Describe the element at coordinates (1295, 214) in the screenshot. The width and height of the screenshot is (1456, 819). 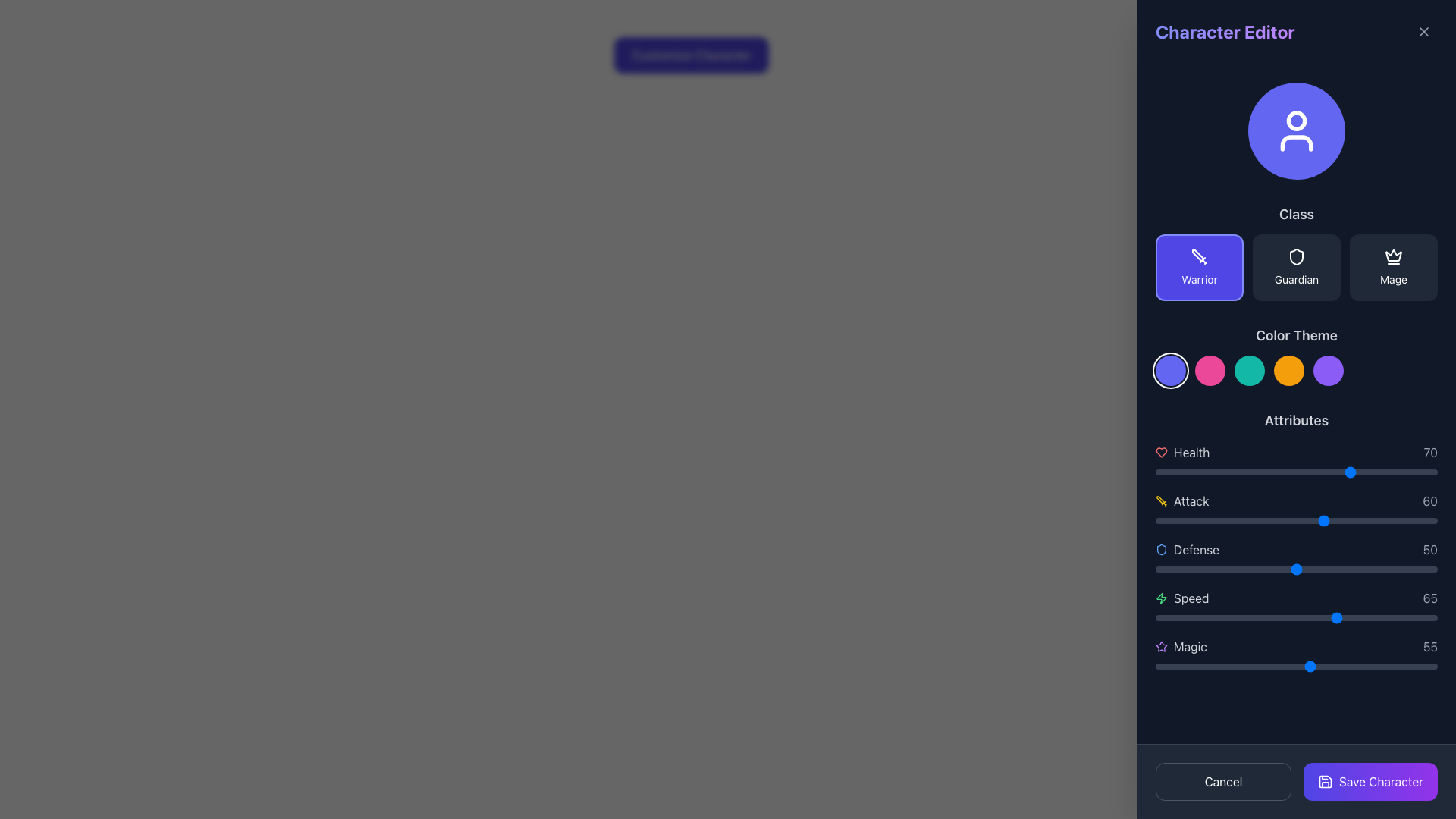
I see `the non-interactive label or header text that categorizes the section for selectable class options, located in the right-hand sidebar titled 'Character Editor'` at that location.